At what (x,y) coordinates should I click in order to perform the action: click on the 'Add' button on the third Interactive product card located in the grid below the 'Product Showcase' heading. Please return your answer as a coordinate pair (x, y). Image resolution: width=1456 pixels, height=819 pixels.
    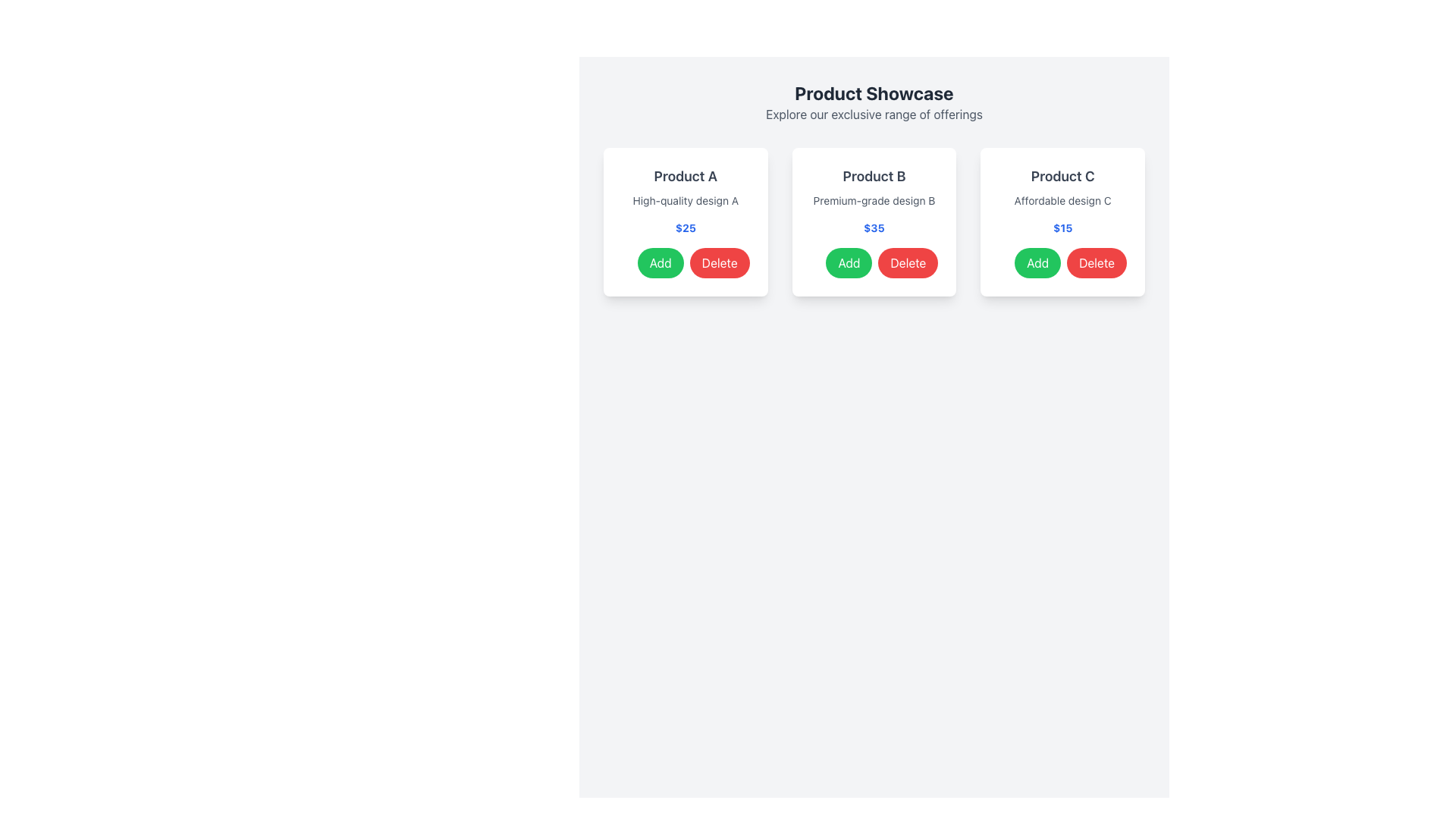
    Looking at the image, I should click on (1062, 222).